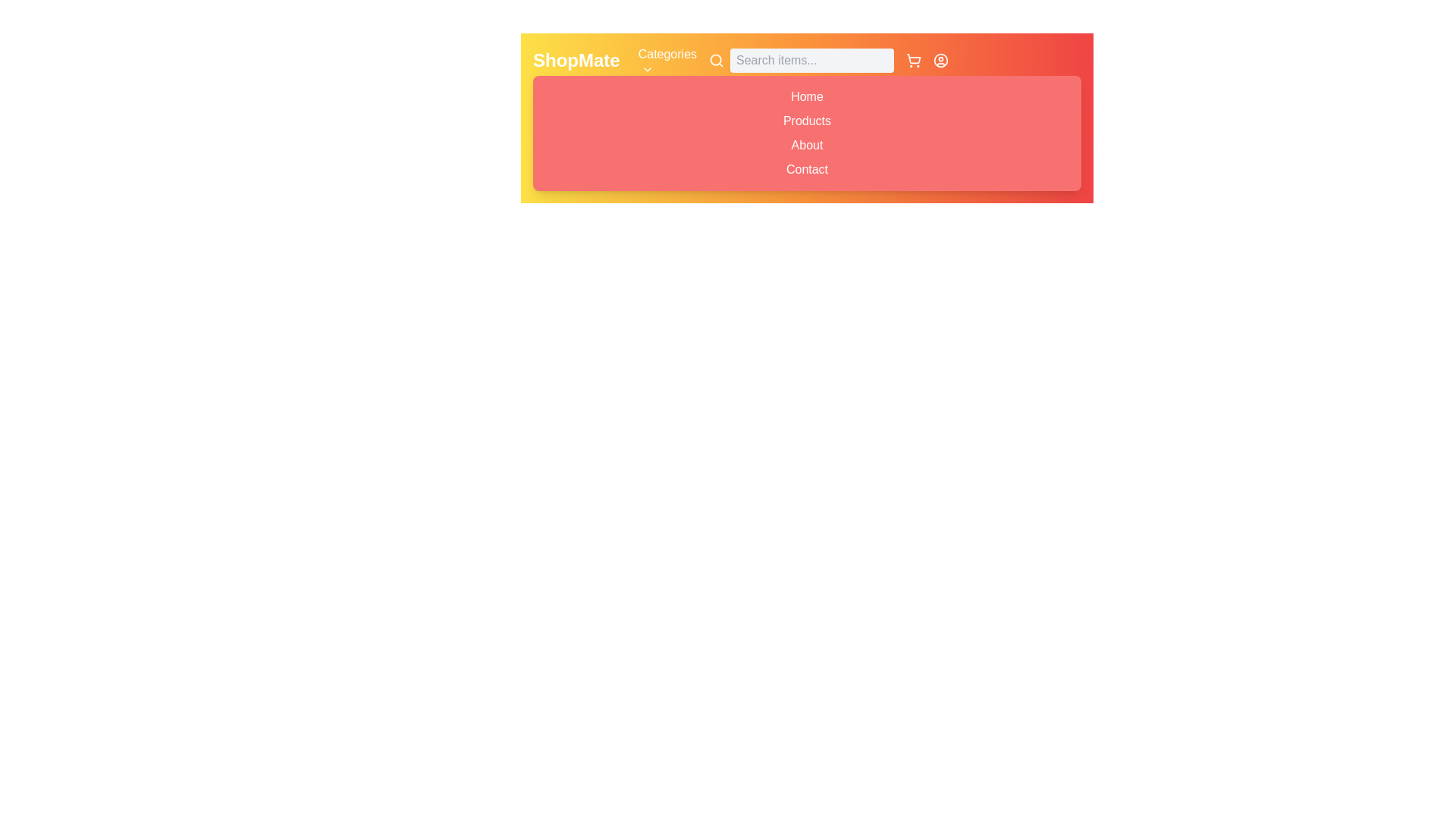 The height and width of the screenshot is (819, 1456). I want to click on the 'About' navigation link in the dropdown menu, so click(806, 146).